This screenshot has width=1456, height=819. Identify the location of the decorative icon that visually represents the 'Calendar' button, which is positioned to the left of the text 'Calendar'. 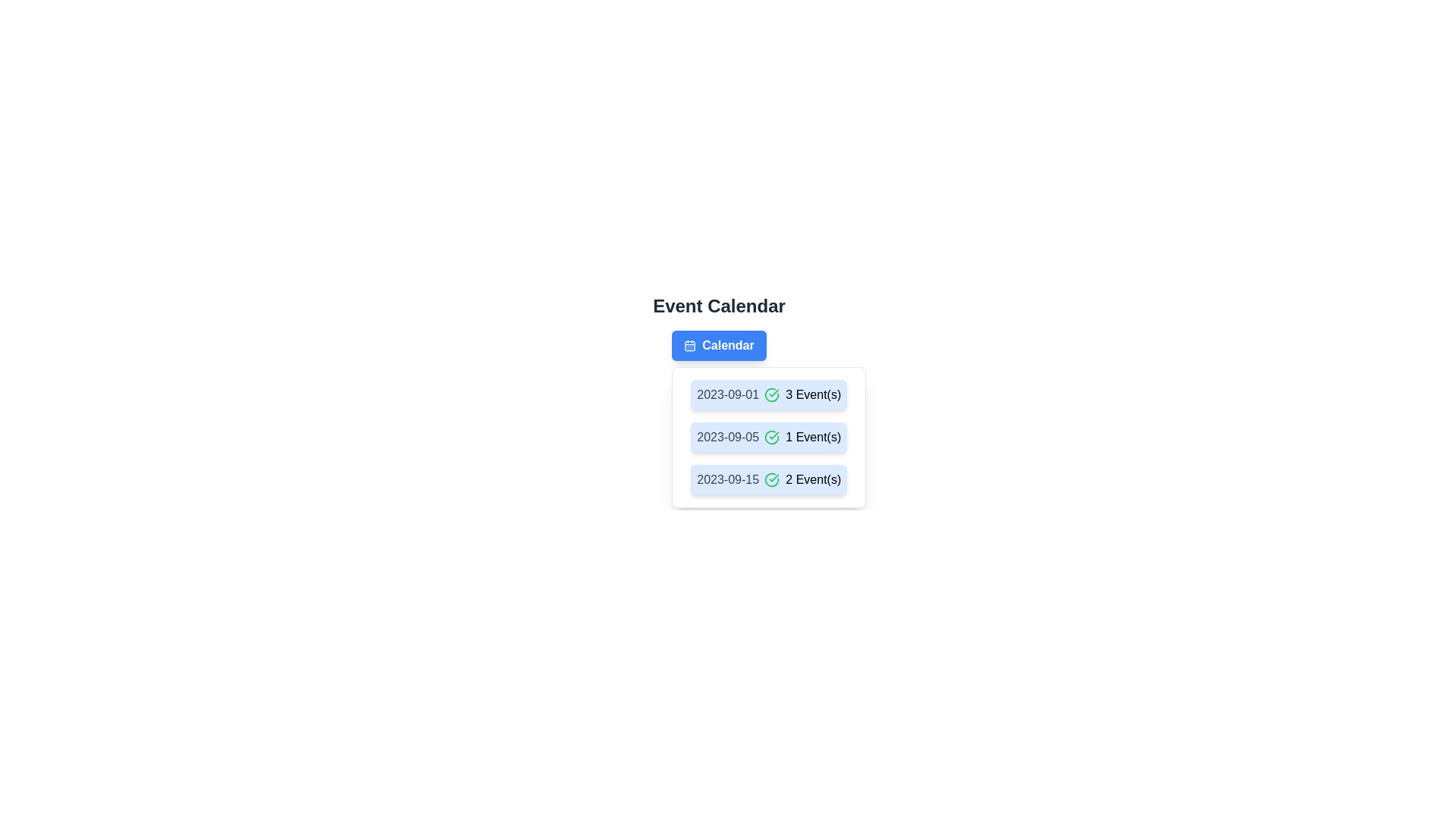
(689, 345).